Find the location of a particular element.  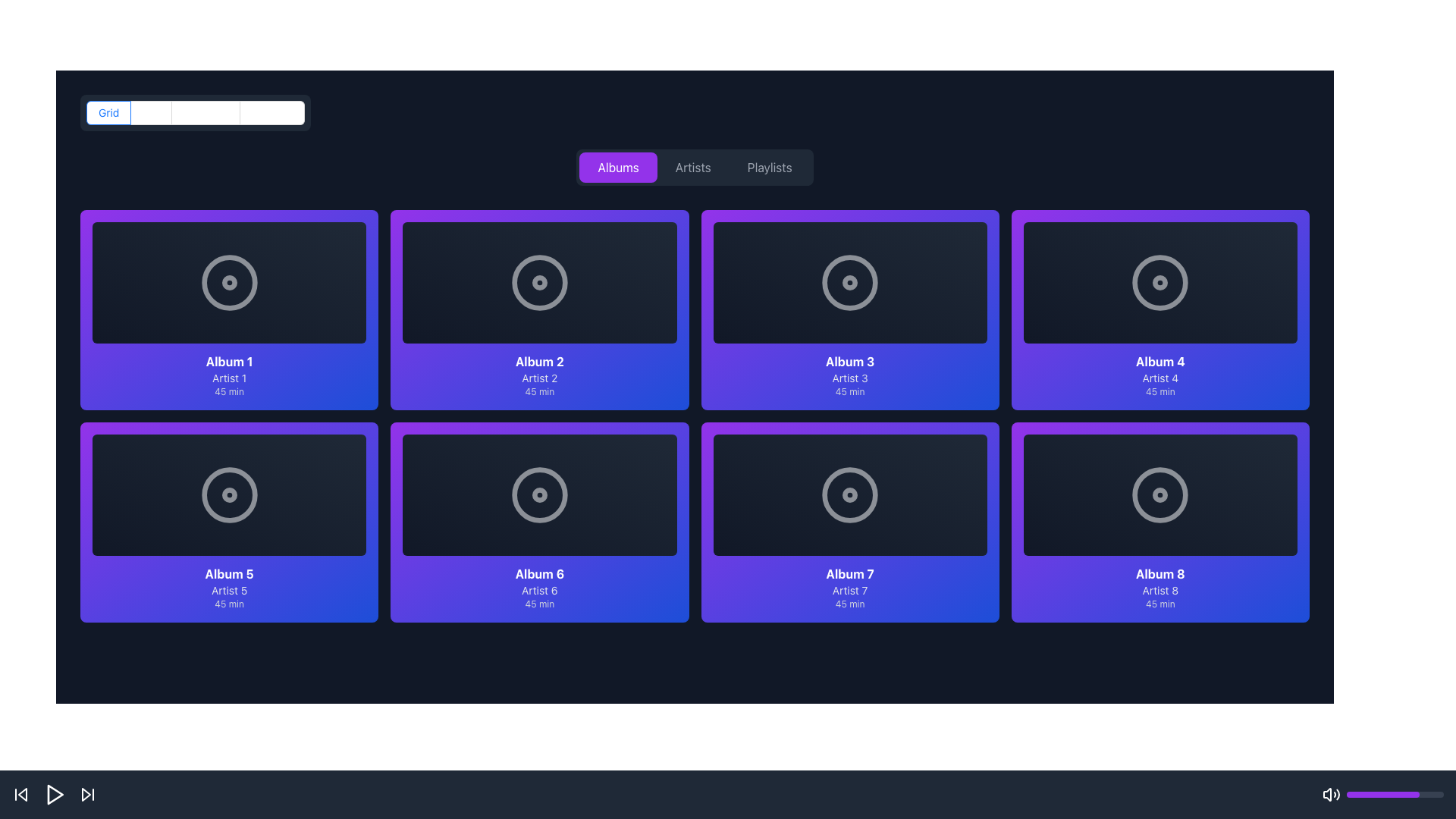

progress bar is located at coordinates (1348, 794).